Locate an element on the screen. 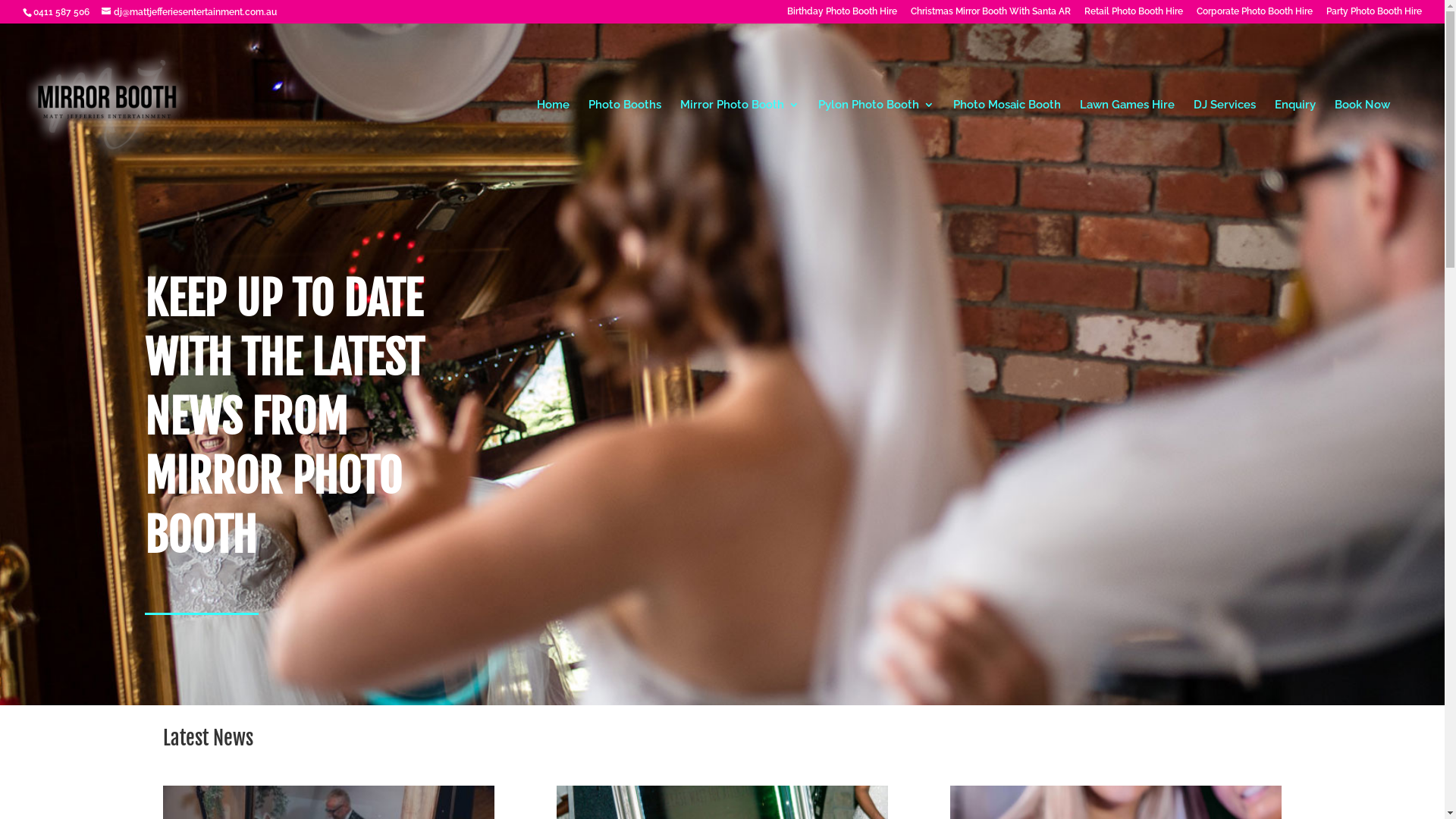  'Retail Photo Booth Hire' is located at coordinates (1133, 14).